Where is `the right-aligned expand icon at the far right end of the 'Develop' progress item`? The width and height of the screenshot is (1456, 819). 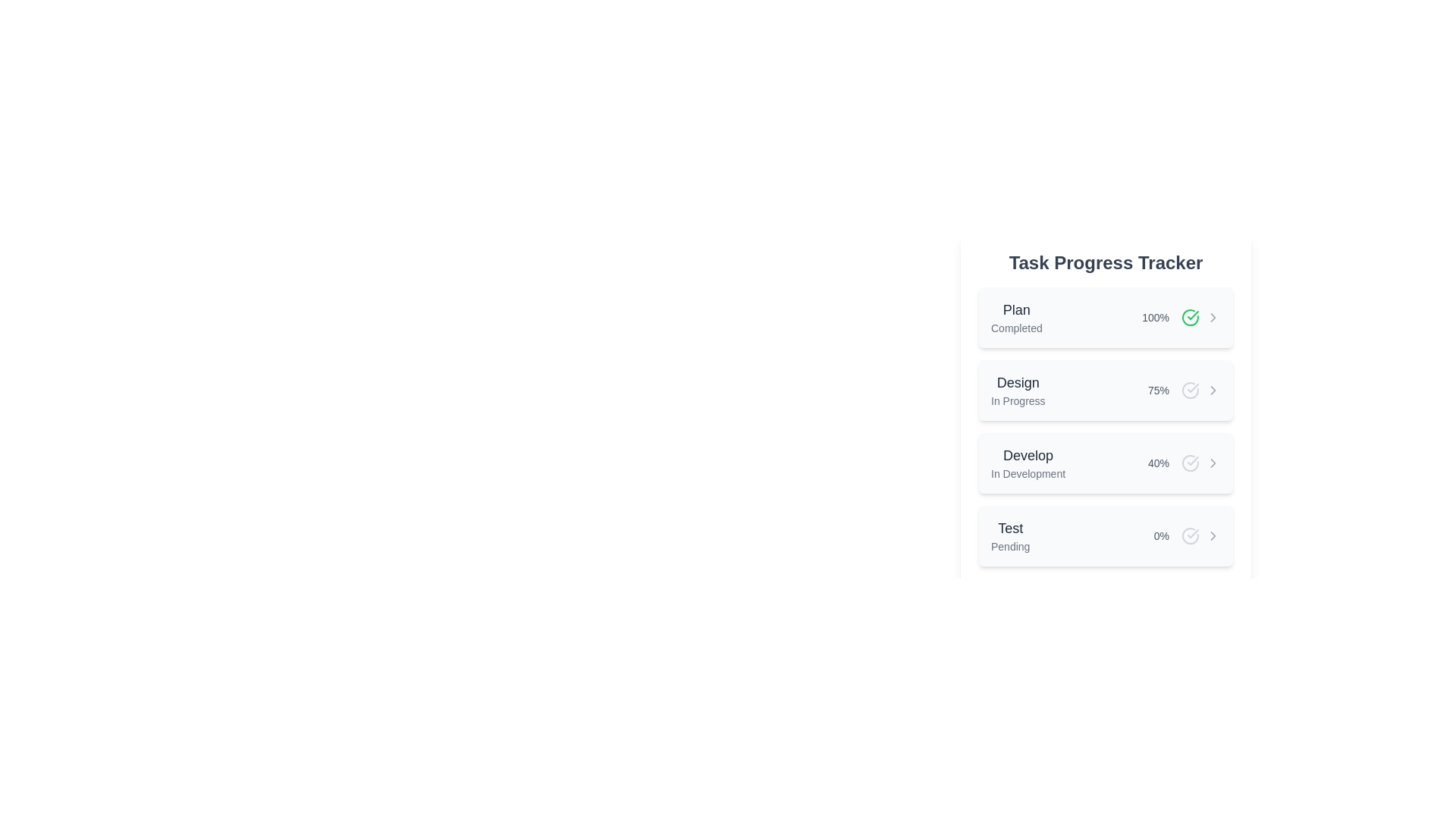 the right-aligned expand icon at the far right end of the 'Develop' progress item is located at coordinates (1212, 462).